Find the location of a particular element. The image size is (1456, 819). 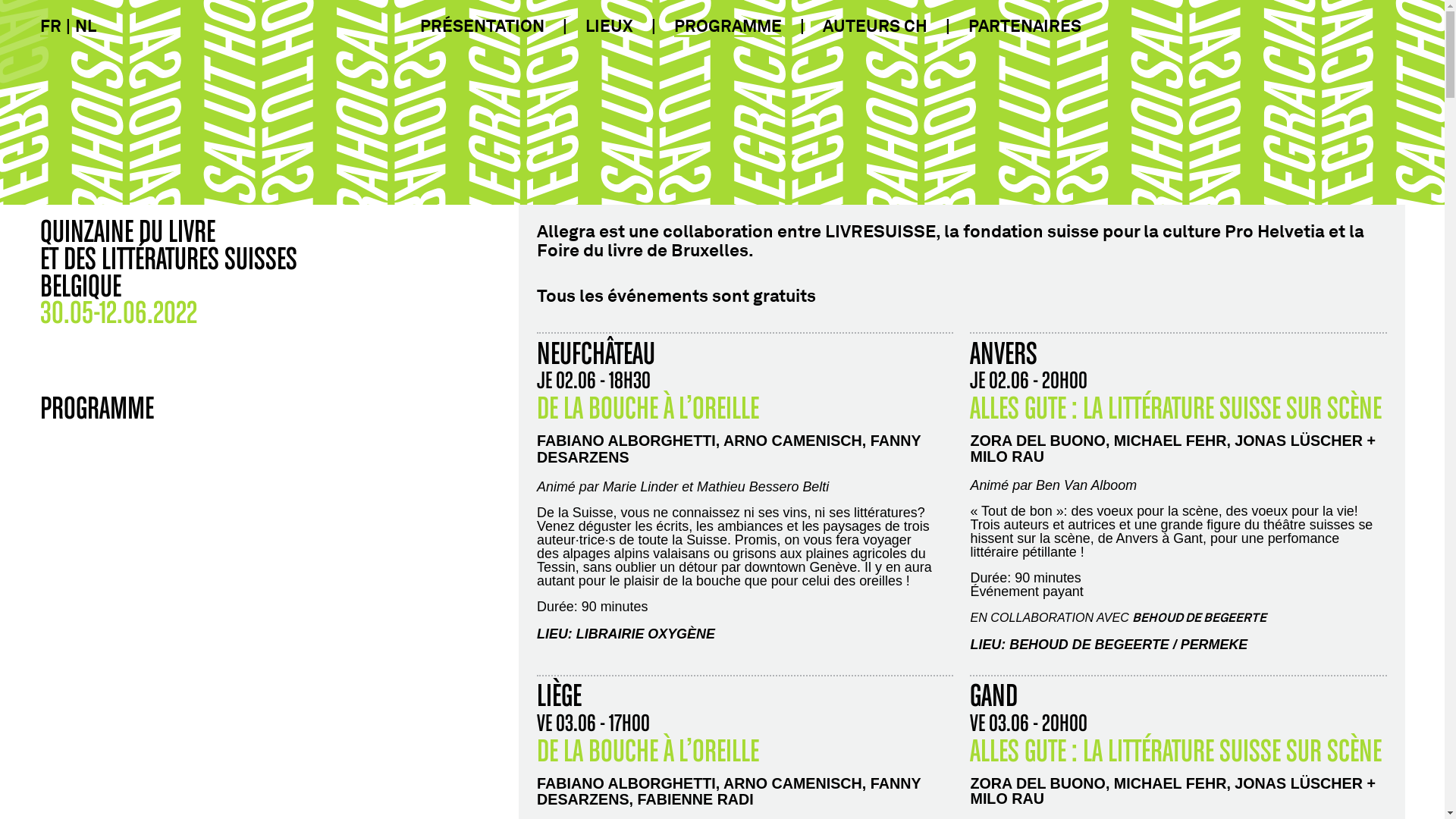

'AUTEURS CH' is located at coordinates (874, 26).